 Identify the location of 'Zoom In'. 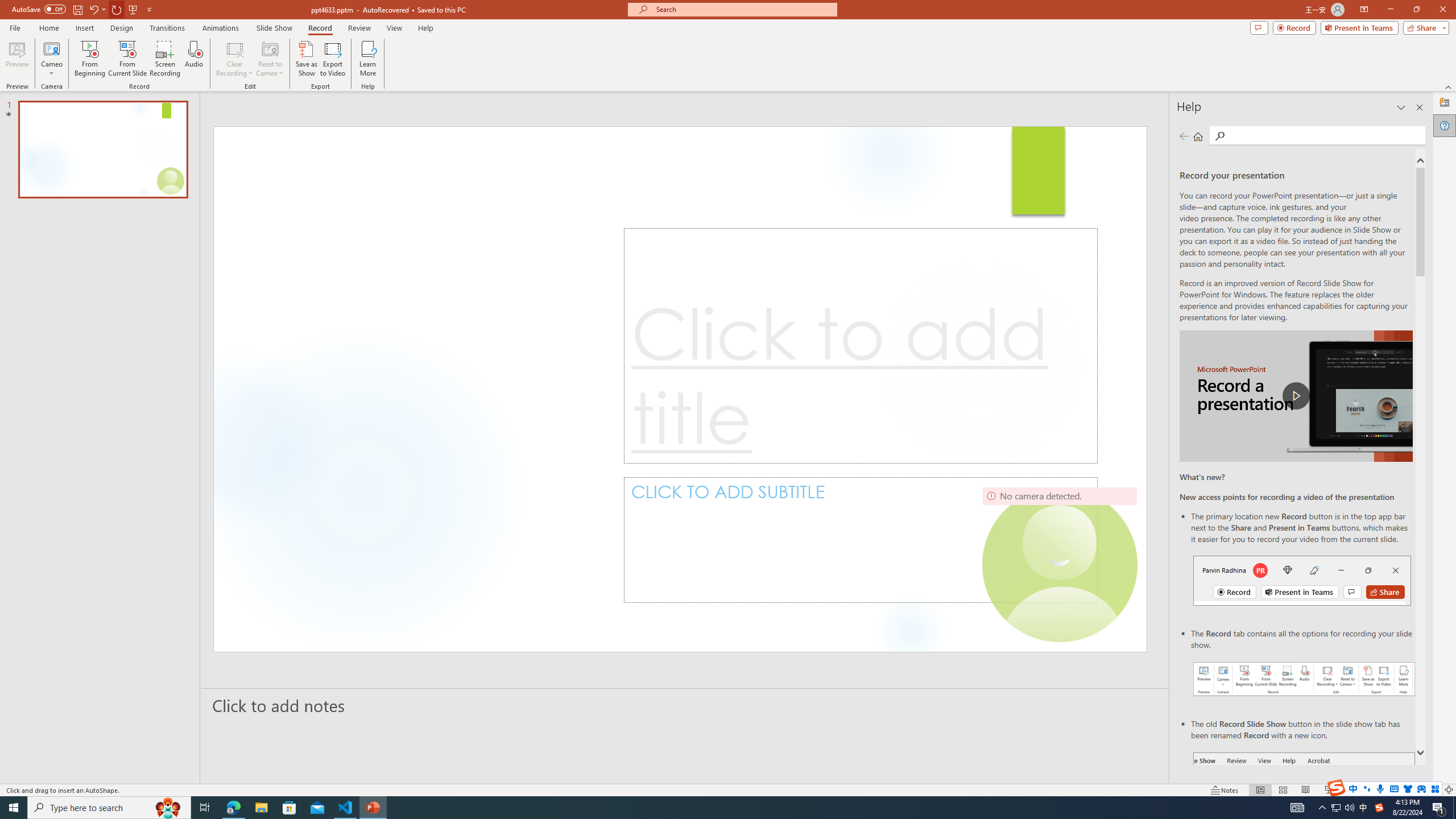
(1412, 790).